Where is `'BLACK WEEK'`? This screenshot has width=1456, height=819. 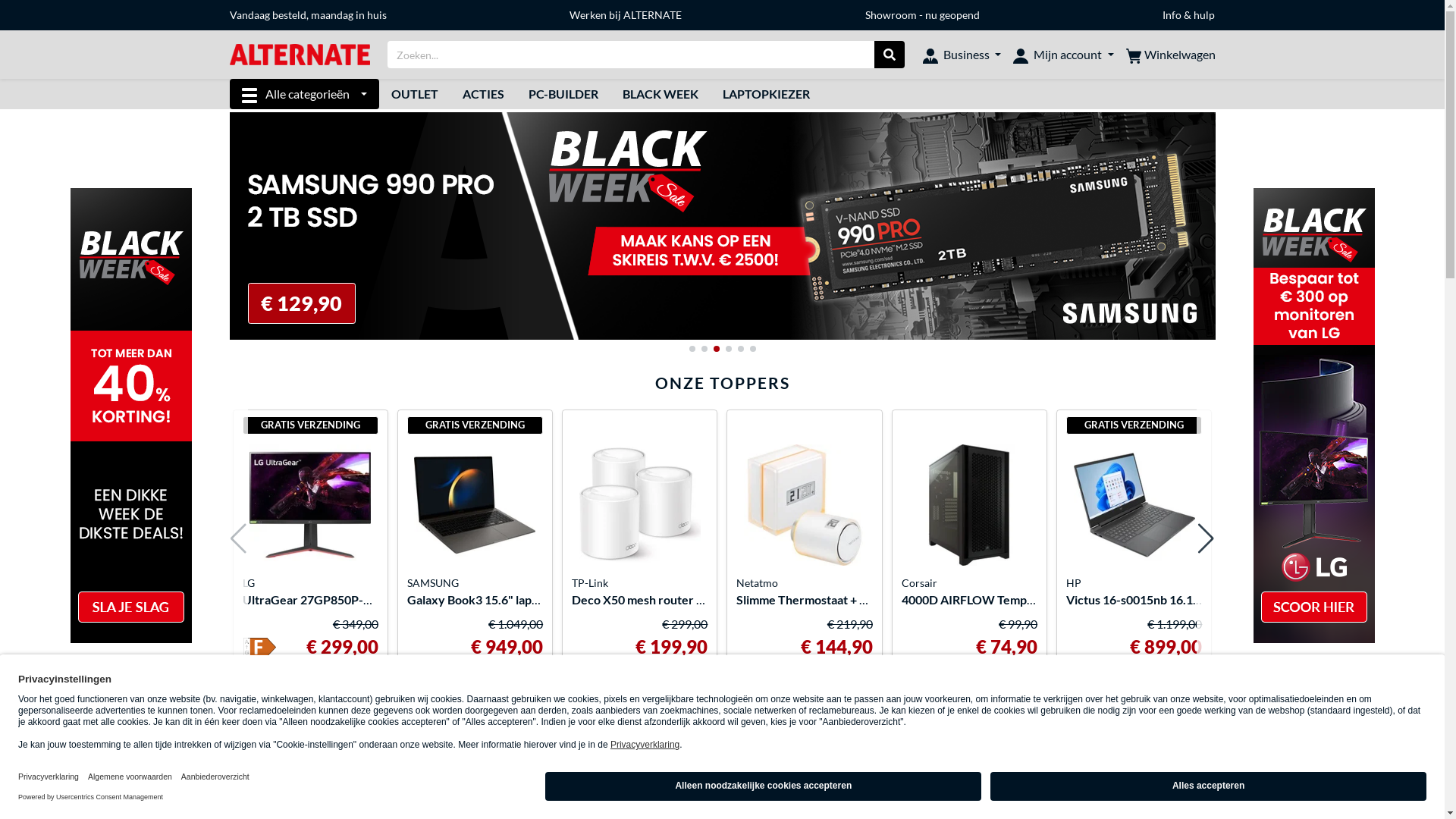
'BLACK WEEK' is located at coordinates (660, 93).